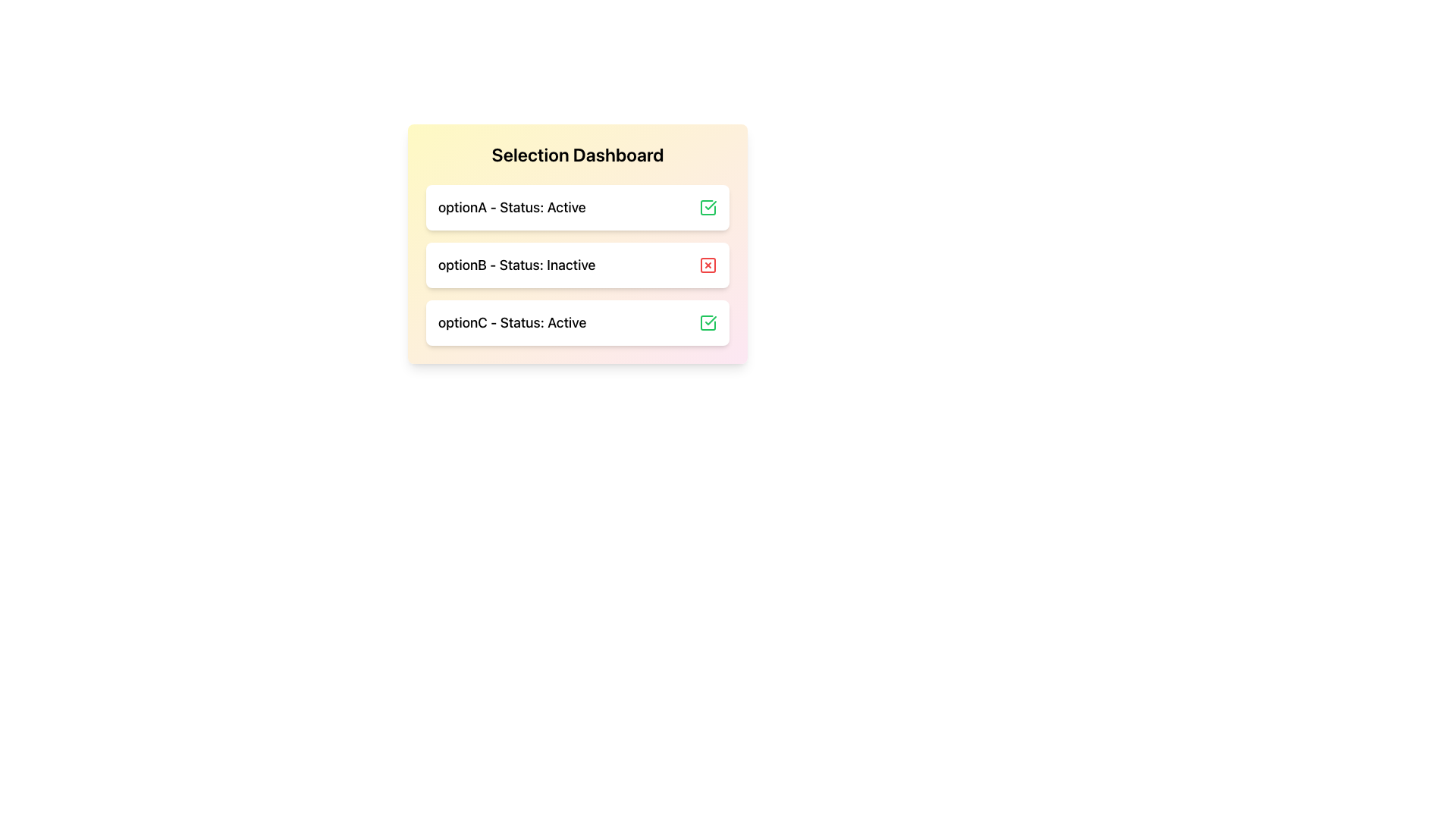 The height and width of the screenshot is (819, 1456). I want to click on the SVG icon with a green outline and checkmark, associated with the text label 'optionA - Status: Active', so click(708, 207).